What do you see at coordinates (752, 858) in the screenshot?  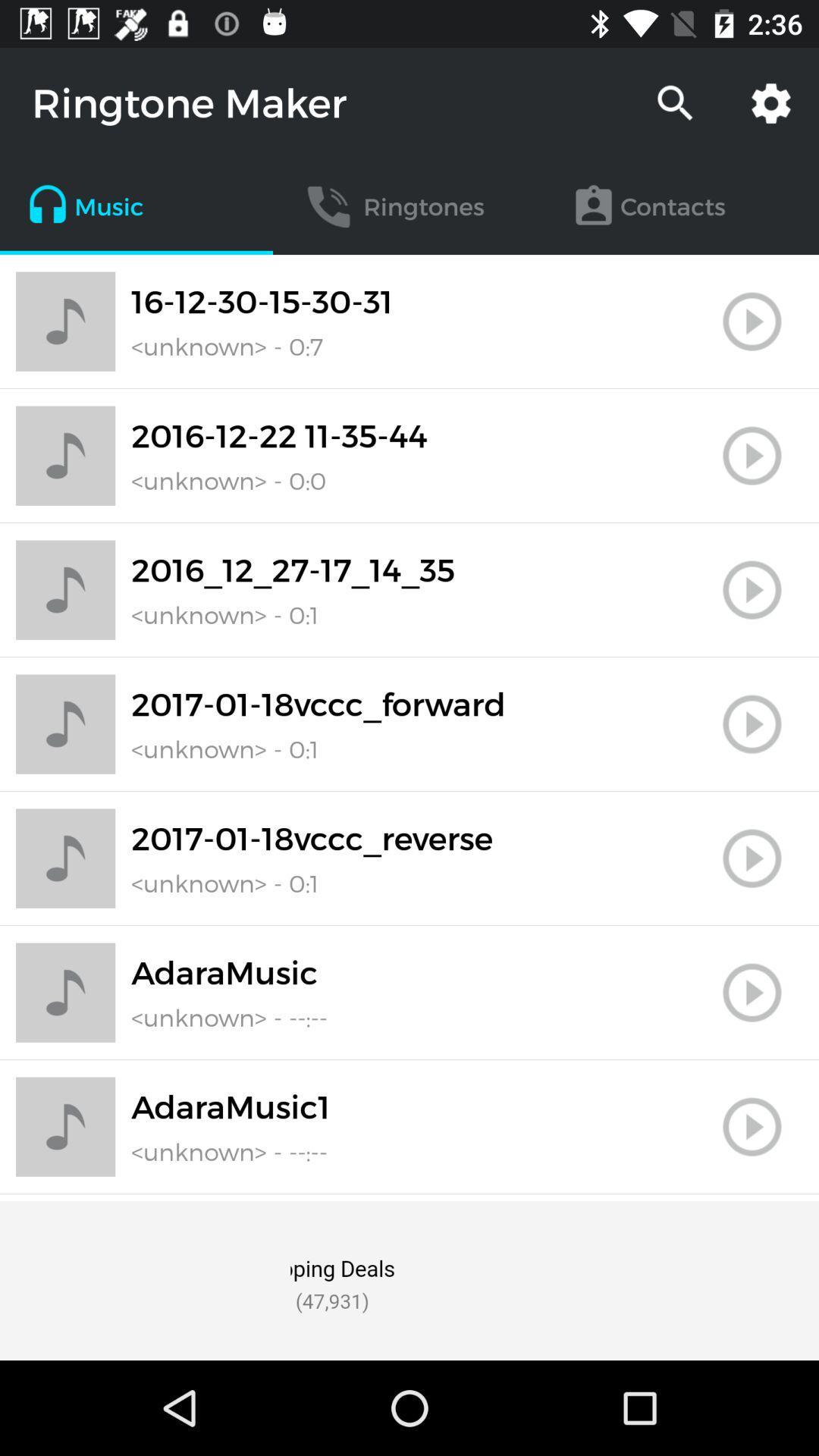 I see `play` at bounding box center [752, 858].